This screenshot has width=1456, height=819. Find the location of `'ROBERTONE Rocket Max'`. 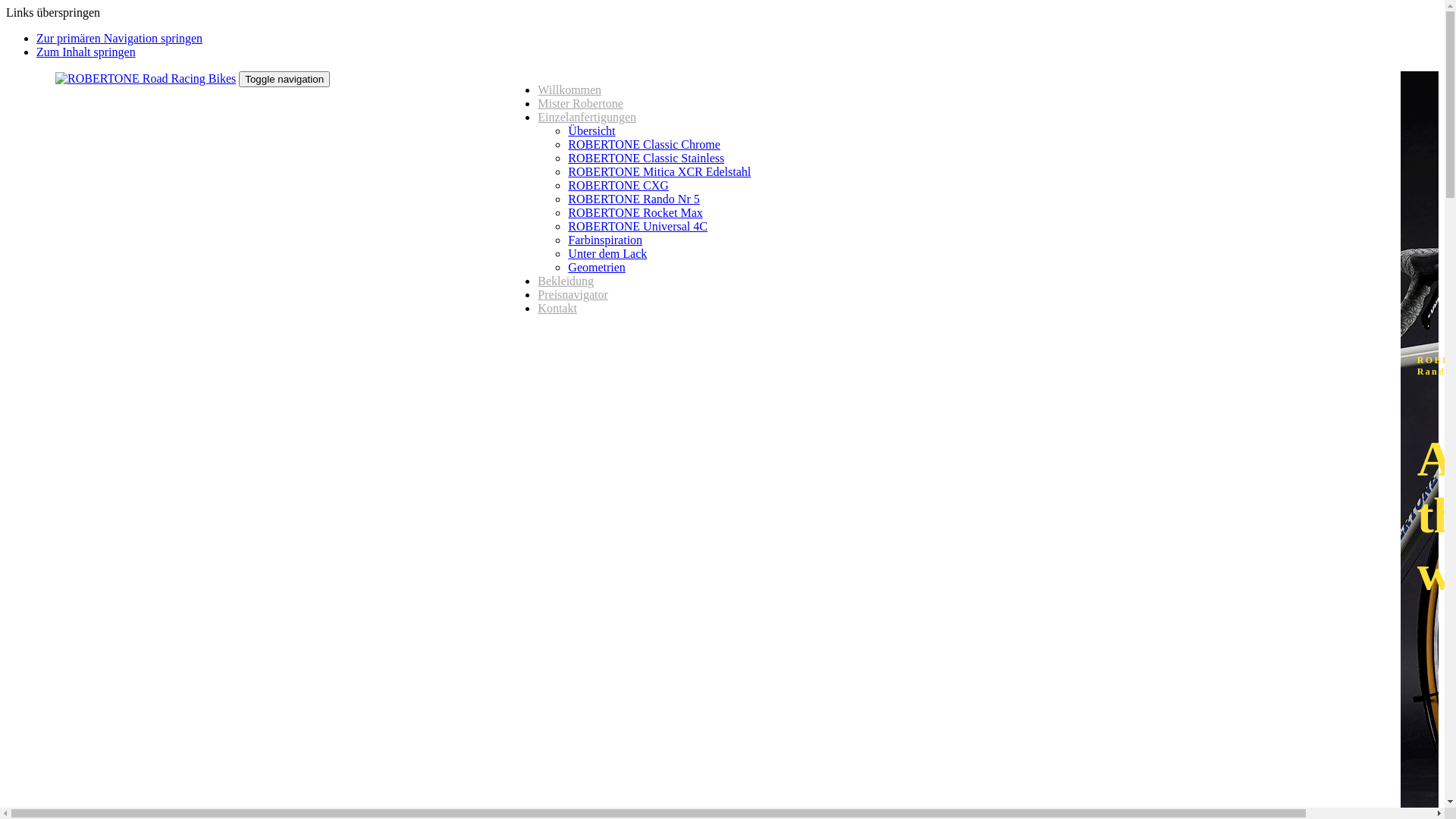

'ROBERTONE Rocket Max' is located at coordinates (635, 212).